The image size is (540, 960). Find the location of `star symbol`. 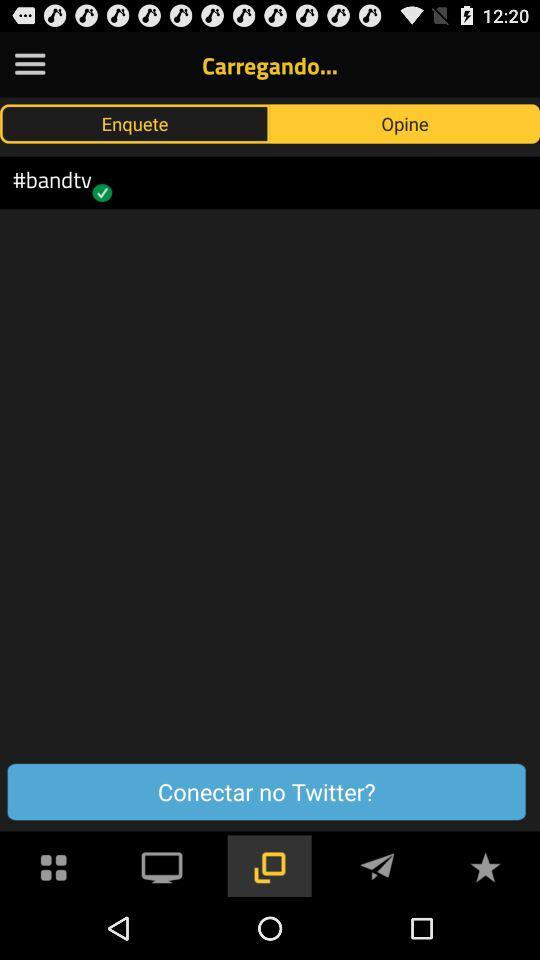

star symbol is located at coordinates (484, 864).